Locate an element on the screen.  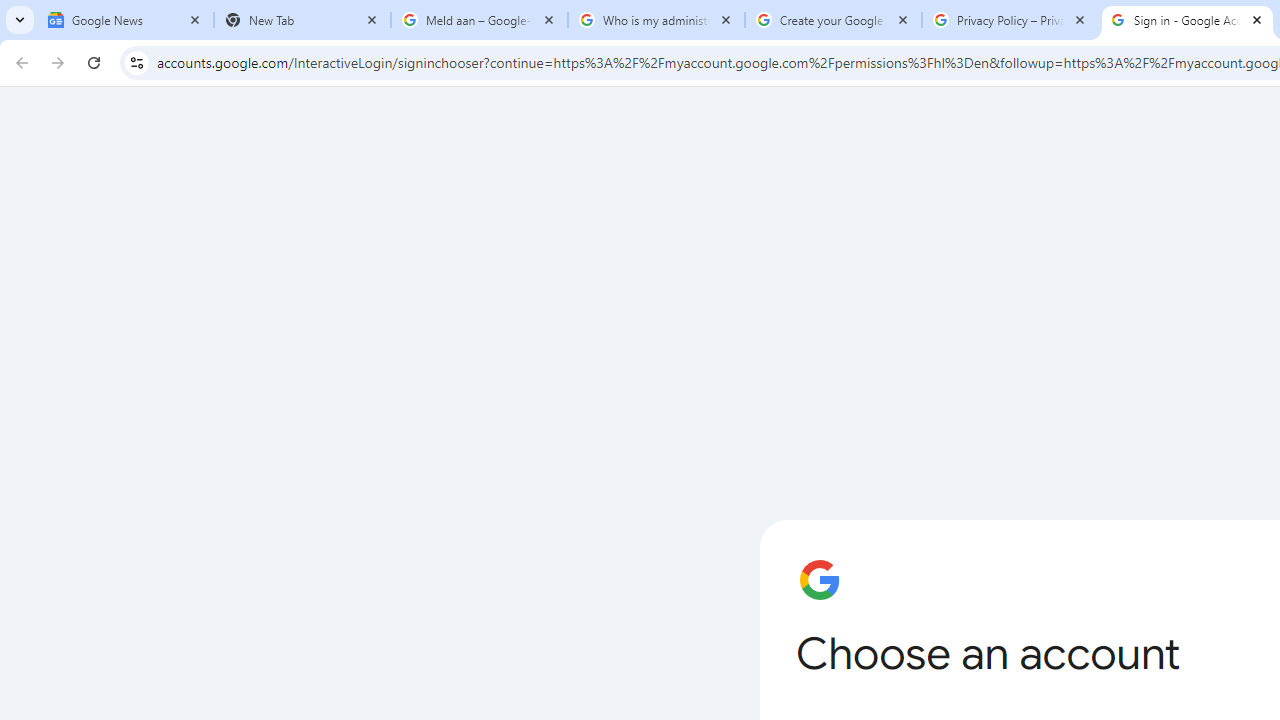
'Create your Google Account' is located at coordinates (833, 20).